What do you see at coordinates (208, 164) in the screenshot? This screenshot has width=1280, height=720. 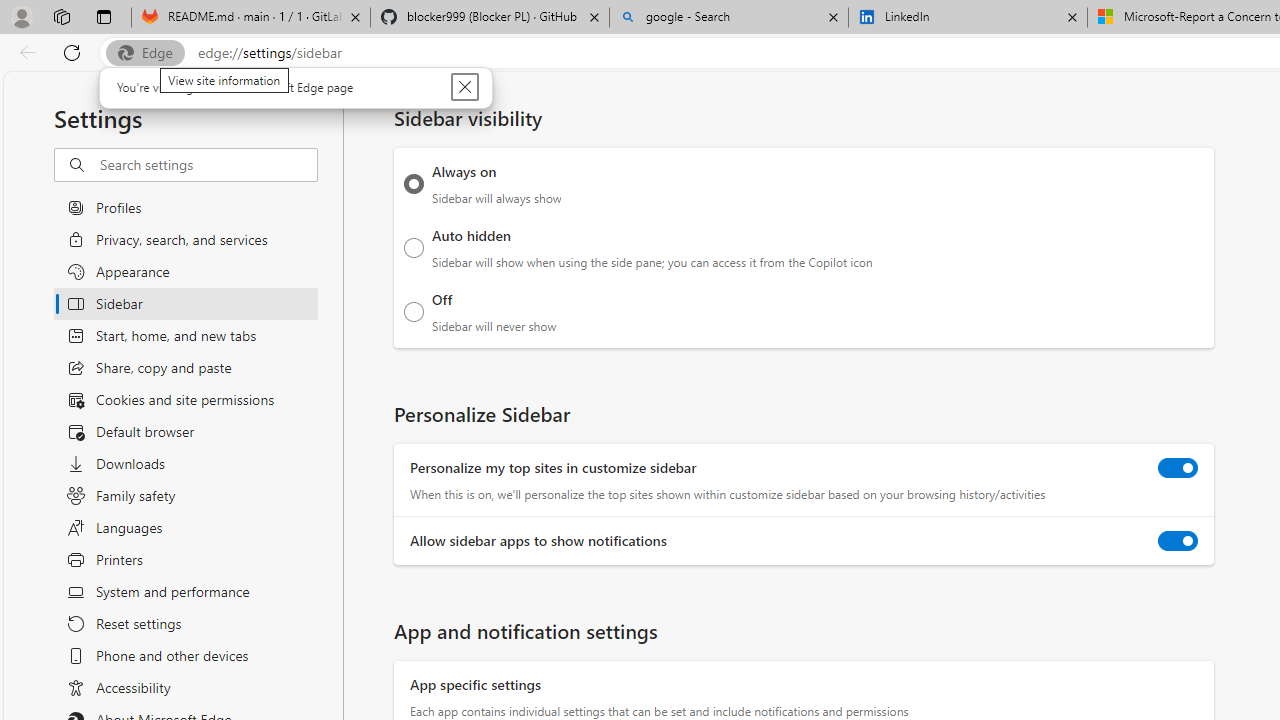 I see `'Search settings'` at bounding box center [208, 164].